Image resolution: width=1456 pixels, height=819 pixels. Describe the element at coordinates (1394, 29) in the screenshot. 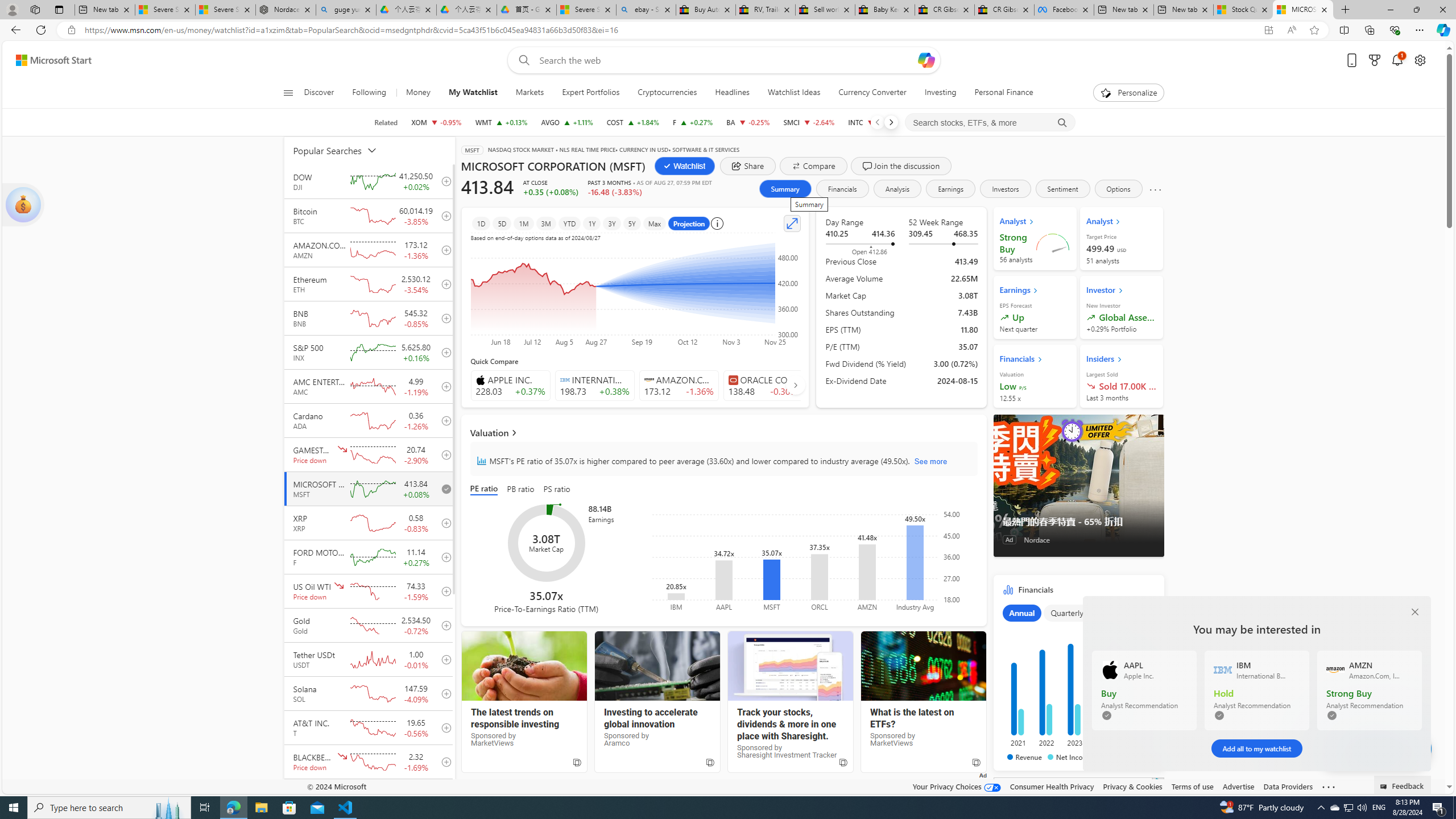

I see `'Browser essentials'` at that location.